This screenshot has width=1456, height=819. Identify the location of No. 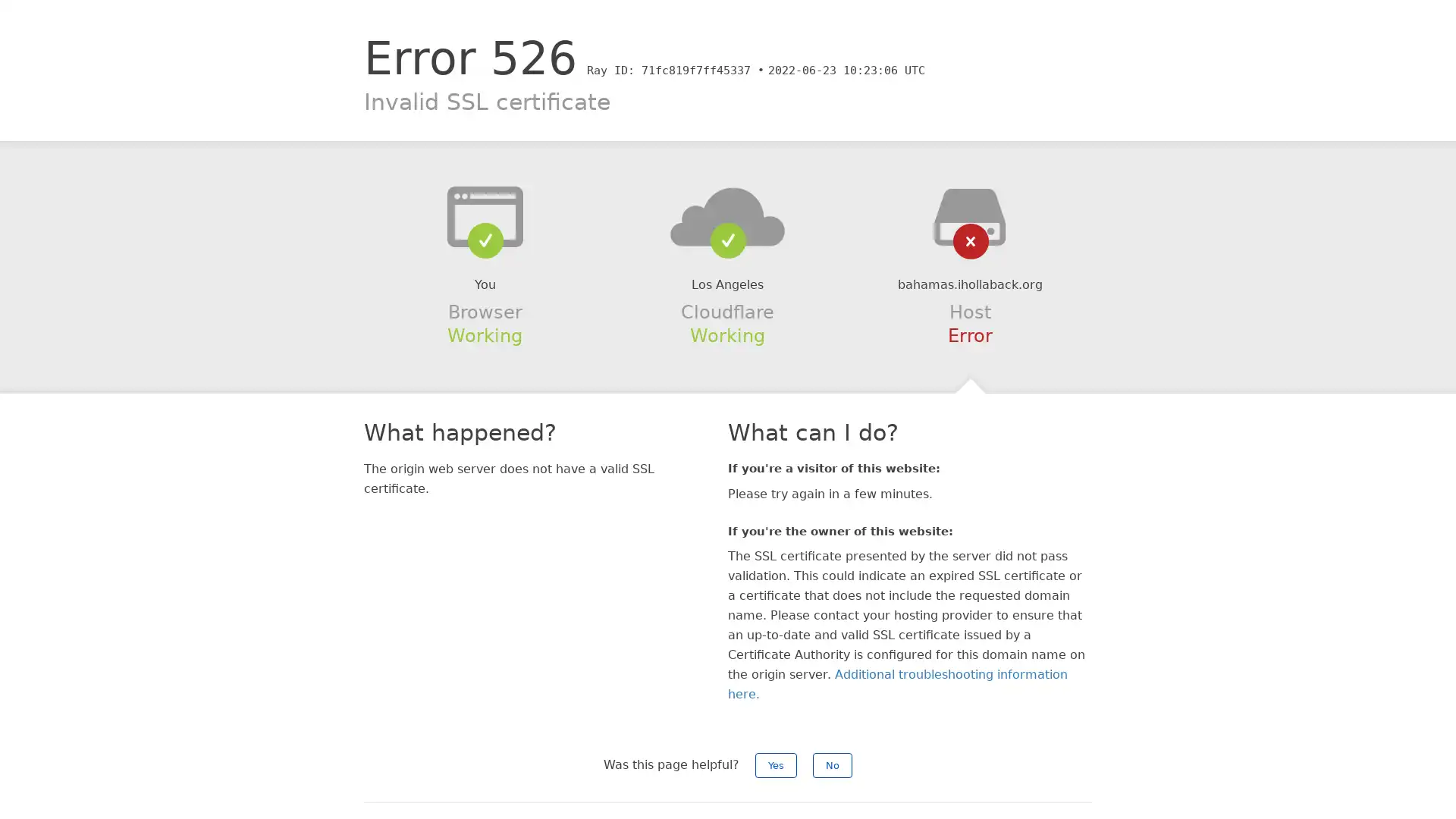
(832, 765).